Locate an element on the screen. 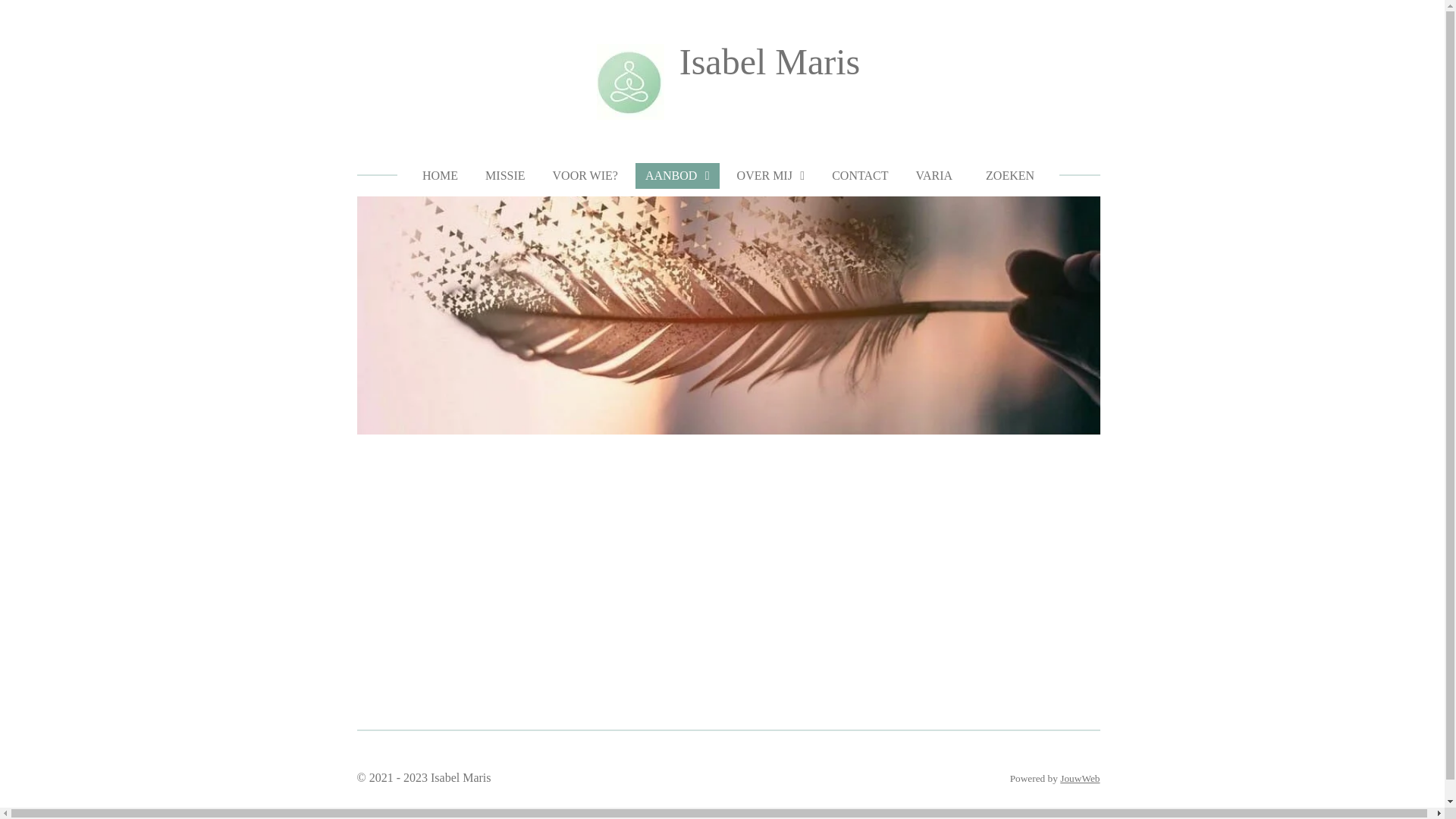 Image resolution: width=1456 pixels, height=819 pixels. 'HOME' is located at coordinates (439, 174).